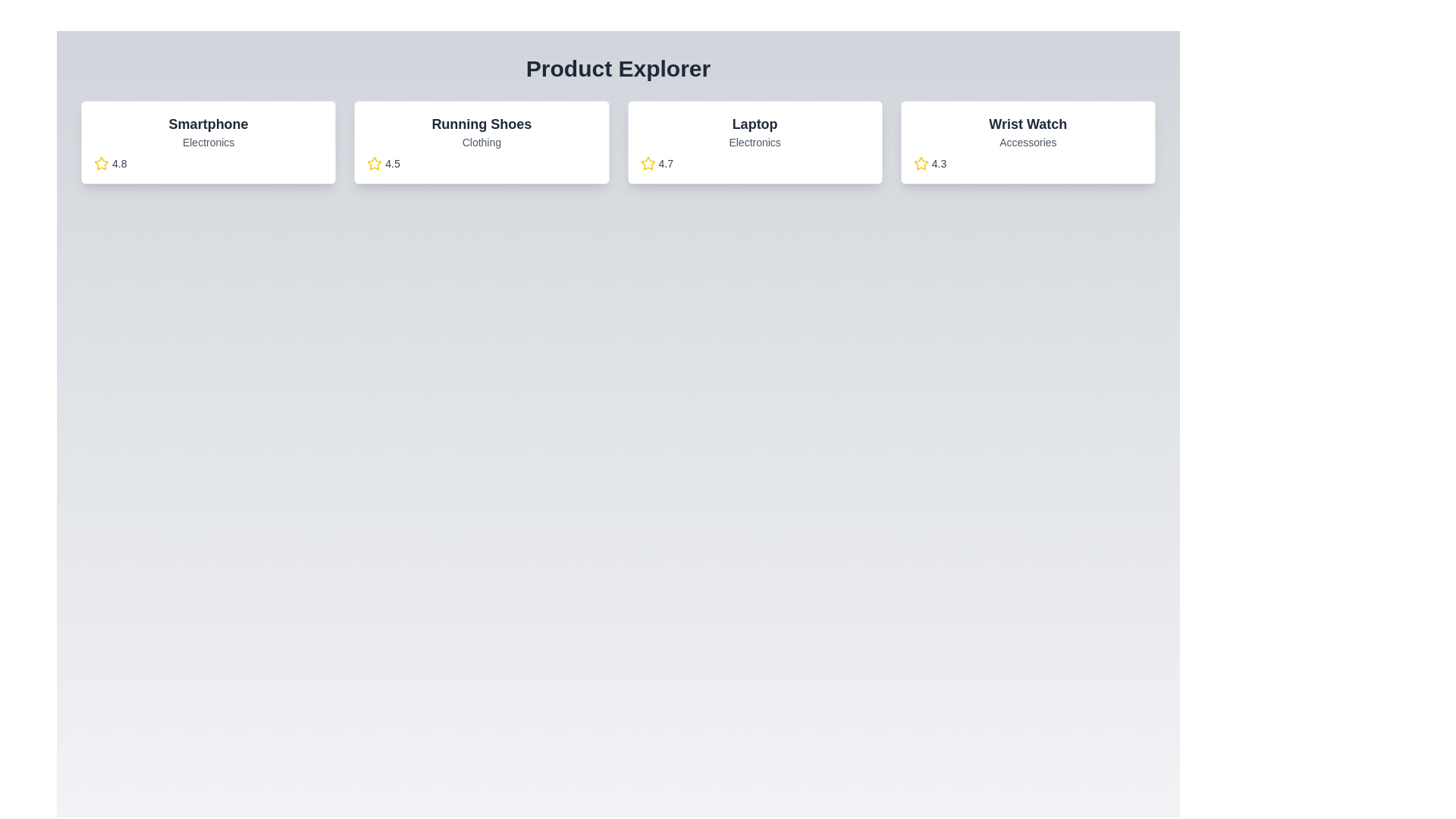 The height and width of the screenshot is (819, 1456). What do you see at coordinates (1028, 124) in the screenshot?
I see `bold text label displaying 'Wrist Watch' located at the top of the card component, which is the first element among its siblings` at bounding box center [1028, 124].